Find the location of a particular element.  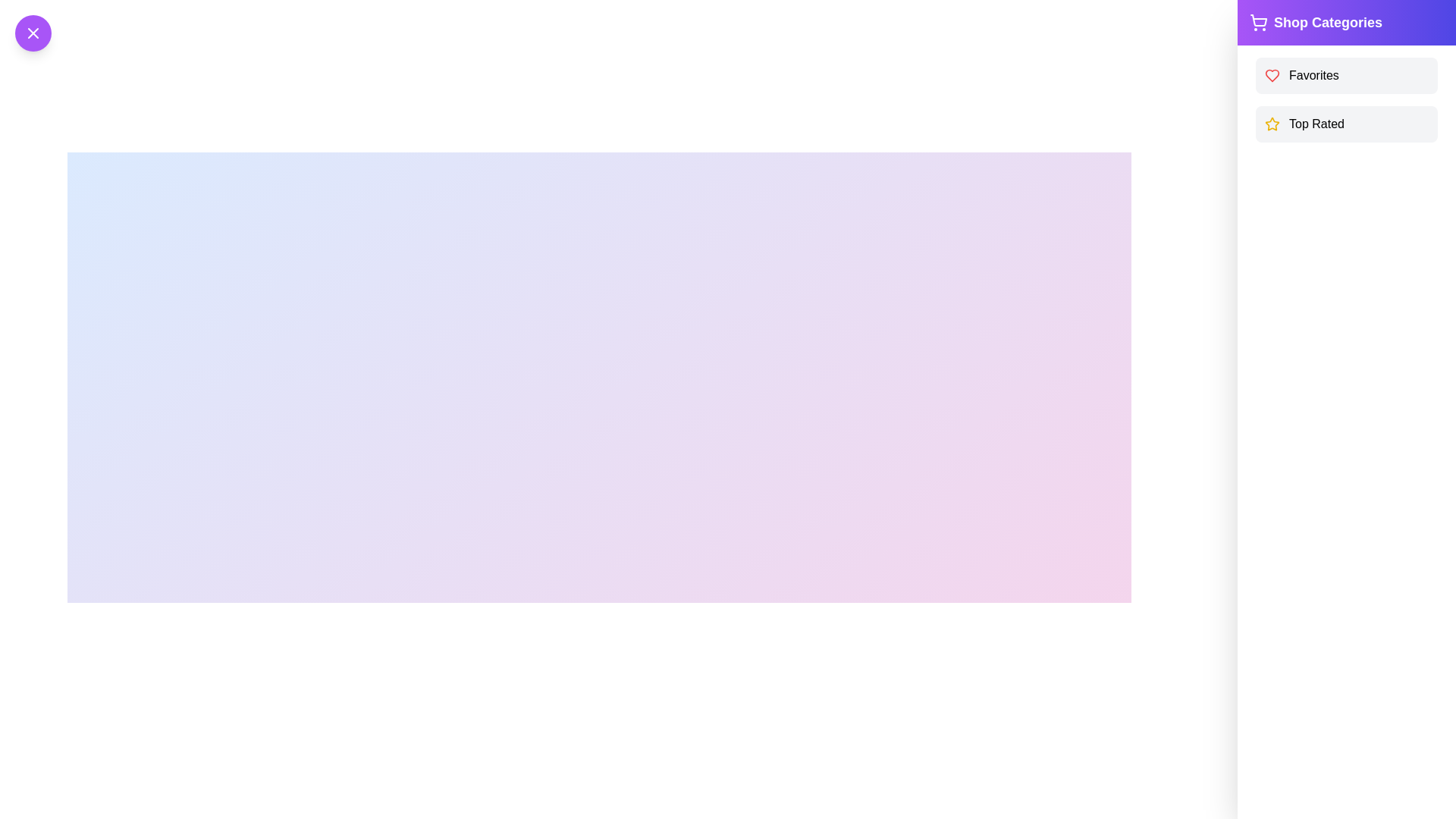

the 'Favorites' category in the list is located at coordinates (1347, 76).